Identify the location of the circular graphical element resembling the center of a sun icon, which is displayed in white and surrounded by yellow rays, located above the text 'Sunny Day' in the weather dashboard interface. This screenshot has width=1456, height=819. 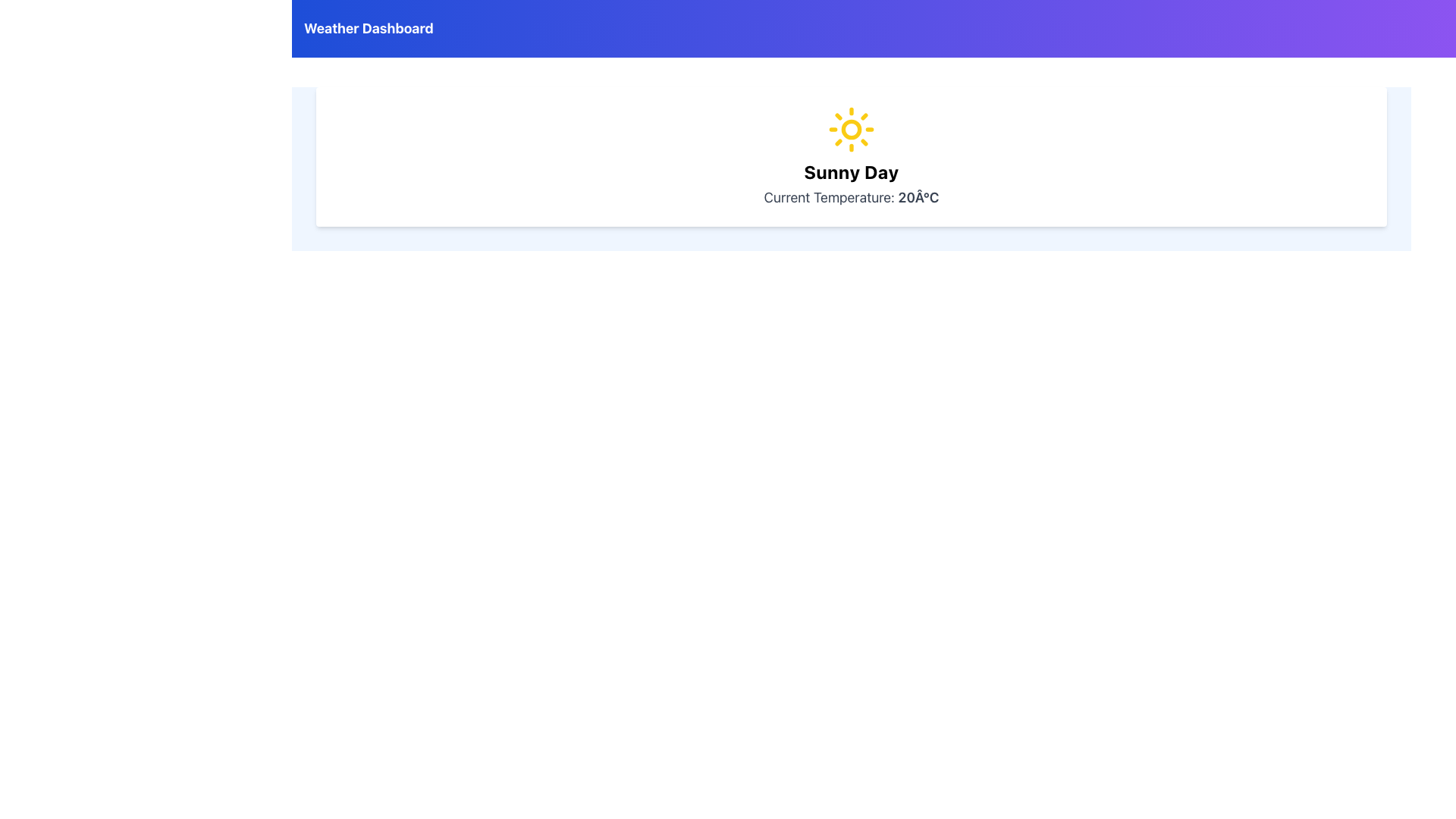
(852, 128).